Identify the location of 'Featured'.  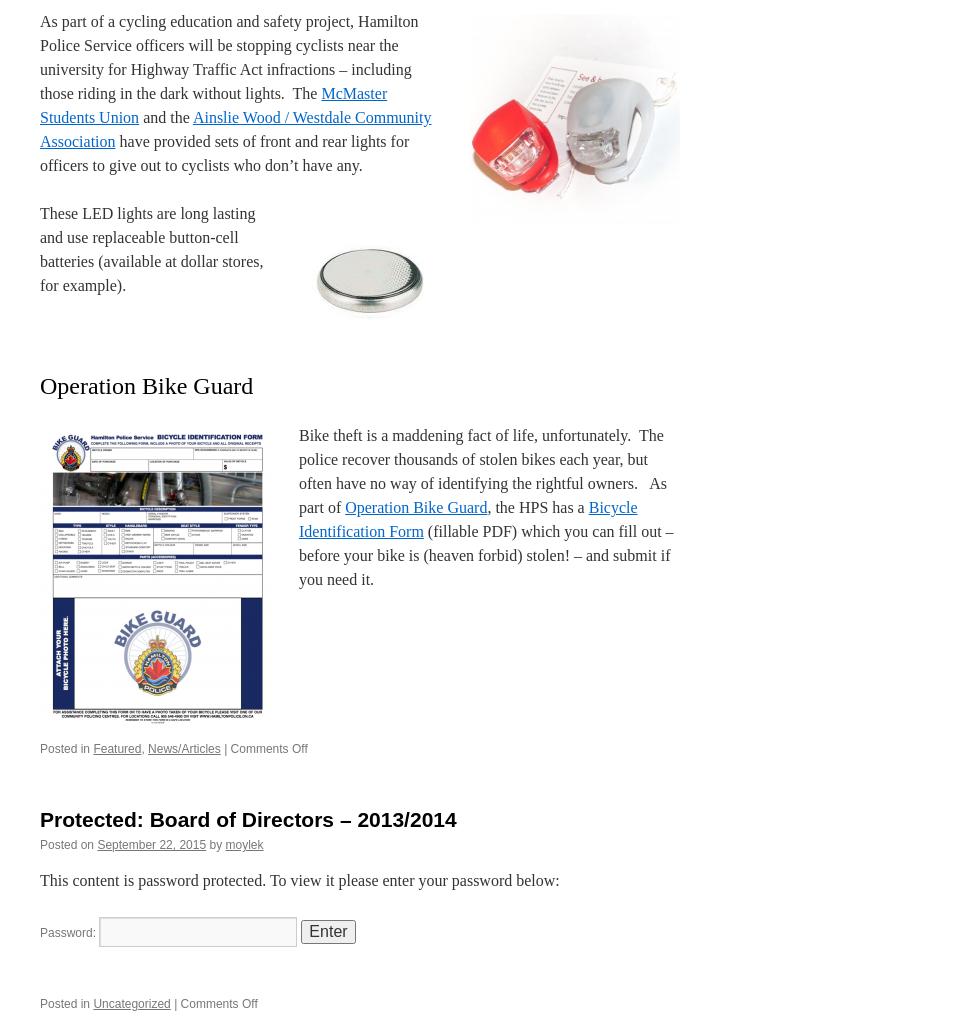
(117, 747).